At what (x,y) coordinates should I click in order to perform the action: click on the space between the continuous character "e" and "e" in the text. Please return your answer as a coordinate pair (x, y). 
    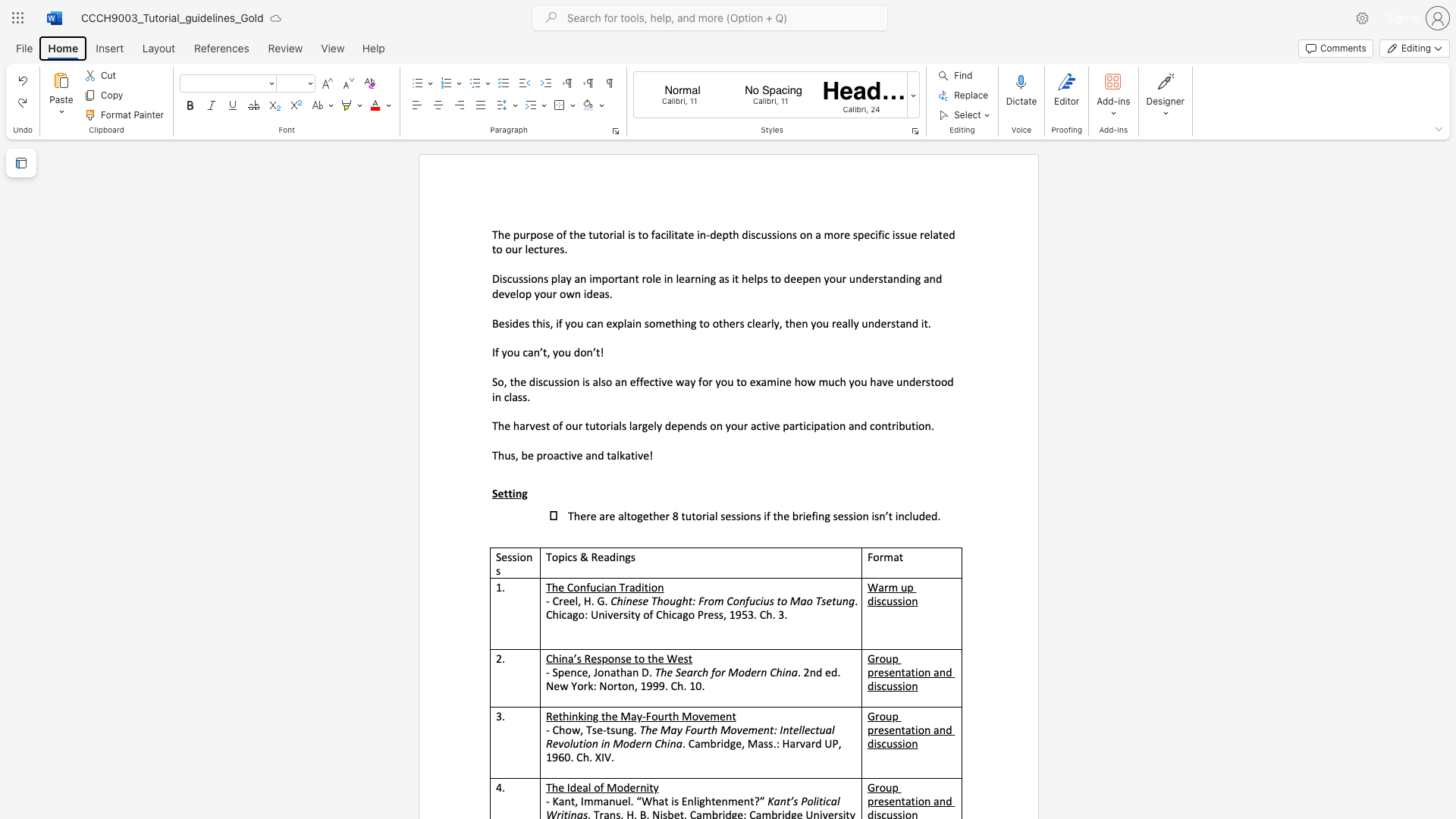
    Looking at the image, I should click on (795, 278).